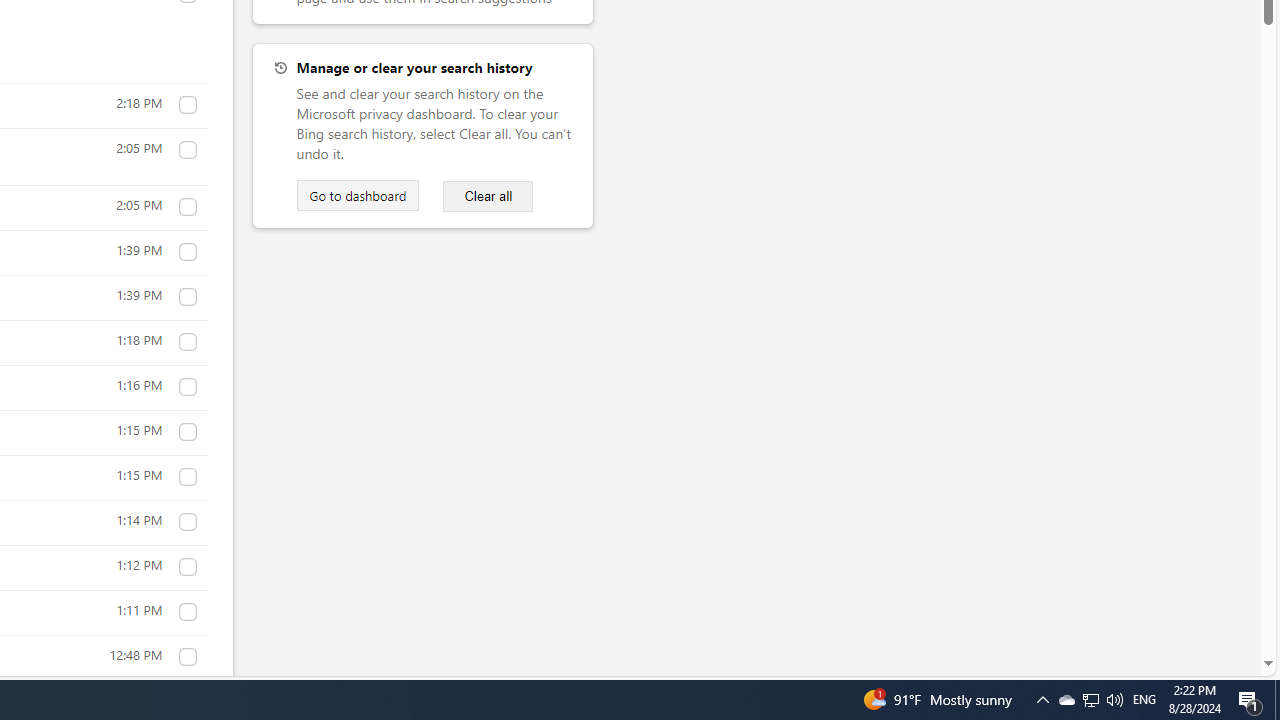  I want to click on 'Go to dashboard', so click(357, 195).